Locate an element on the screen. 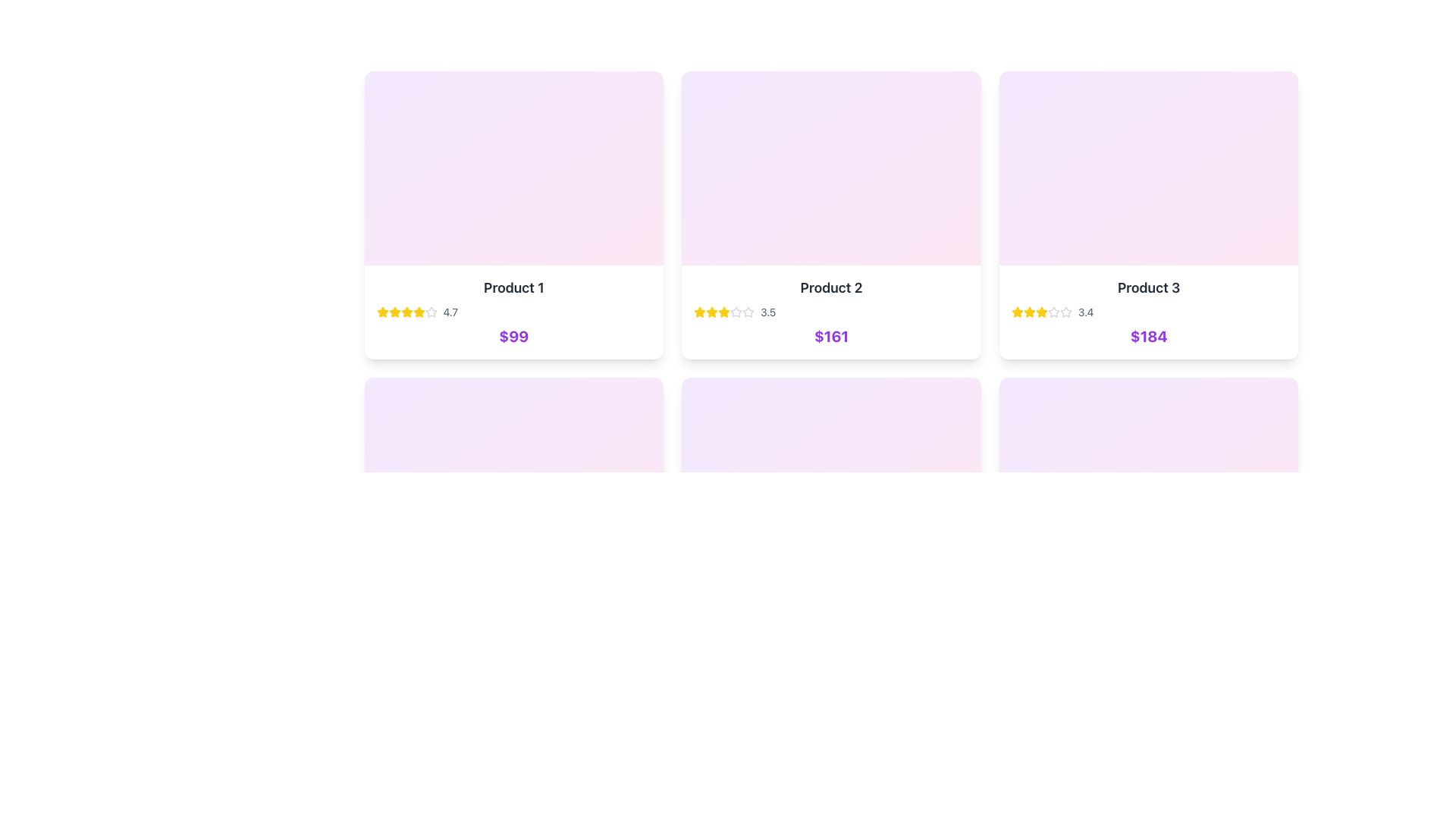 The width and height of the screenshot is (1456, 819). the horizontal button group in the top right section of the 'Product 1' card is located at coordinates (624, 93).